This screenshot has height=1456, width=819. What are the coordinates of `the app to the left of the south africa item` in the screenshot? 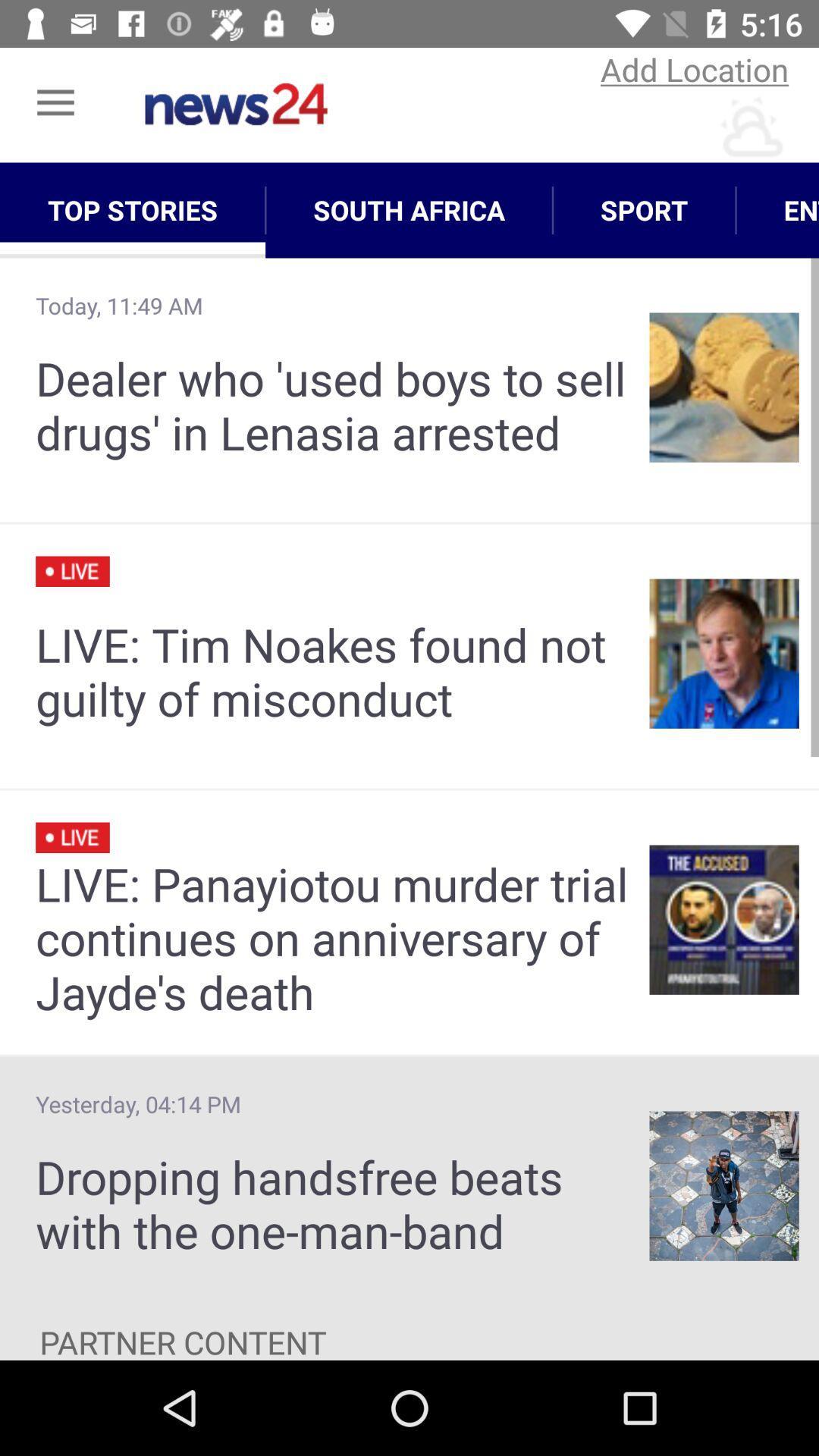 It's located at (132, 209).